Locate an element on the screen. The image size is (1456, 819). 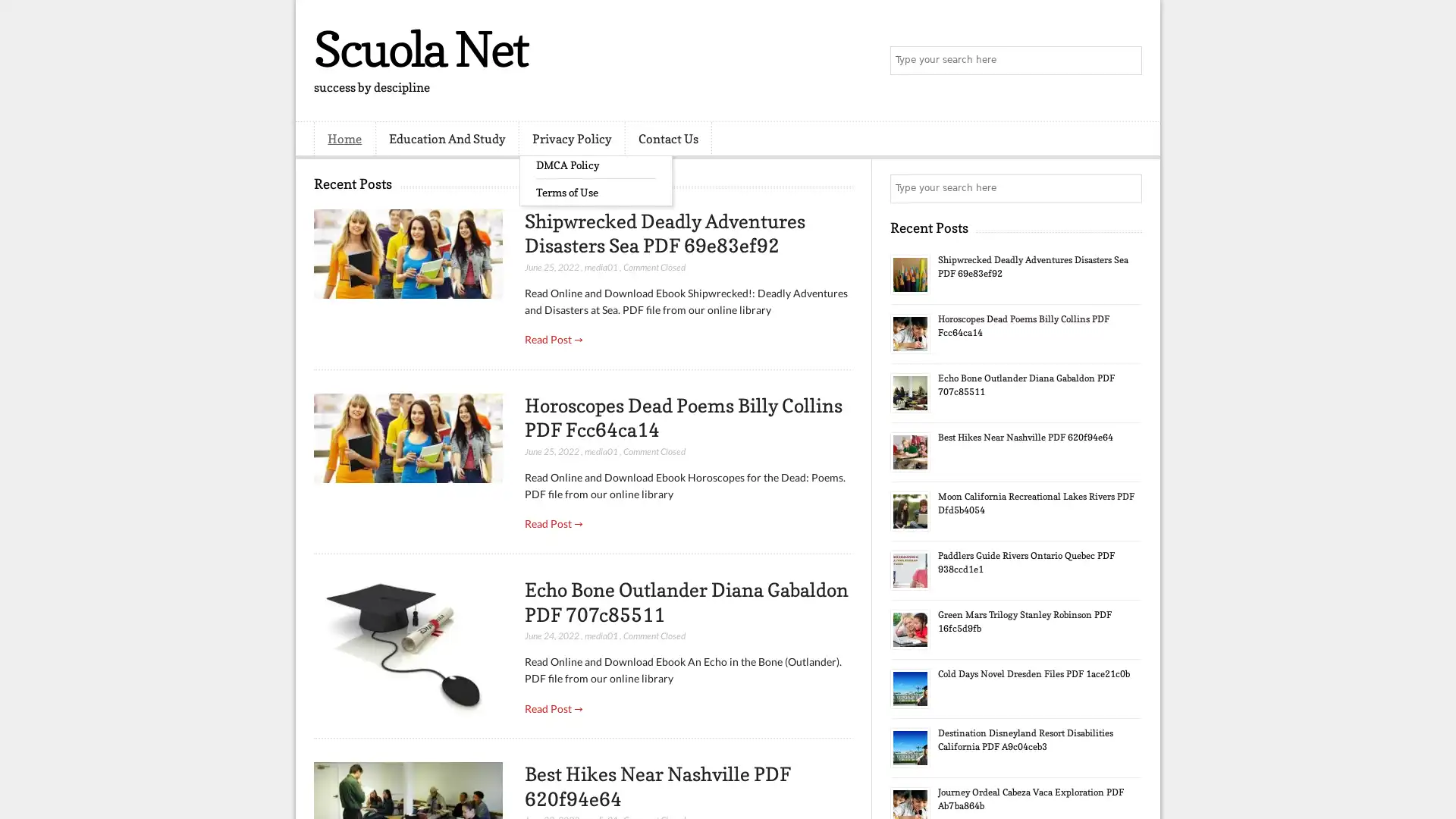
Search is located at coordinates (1126, 61).